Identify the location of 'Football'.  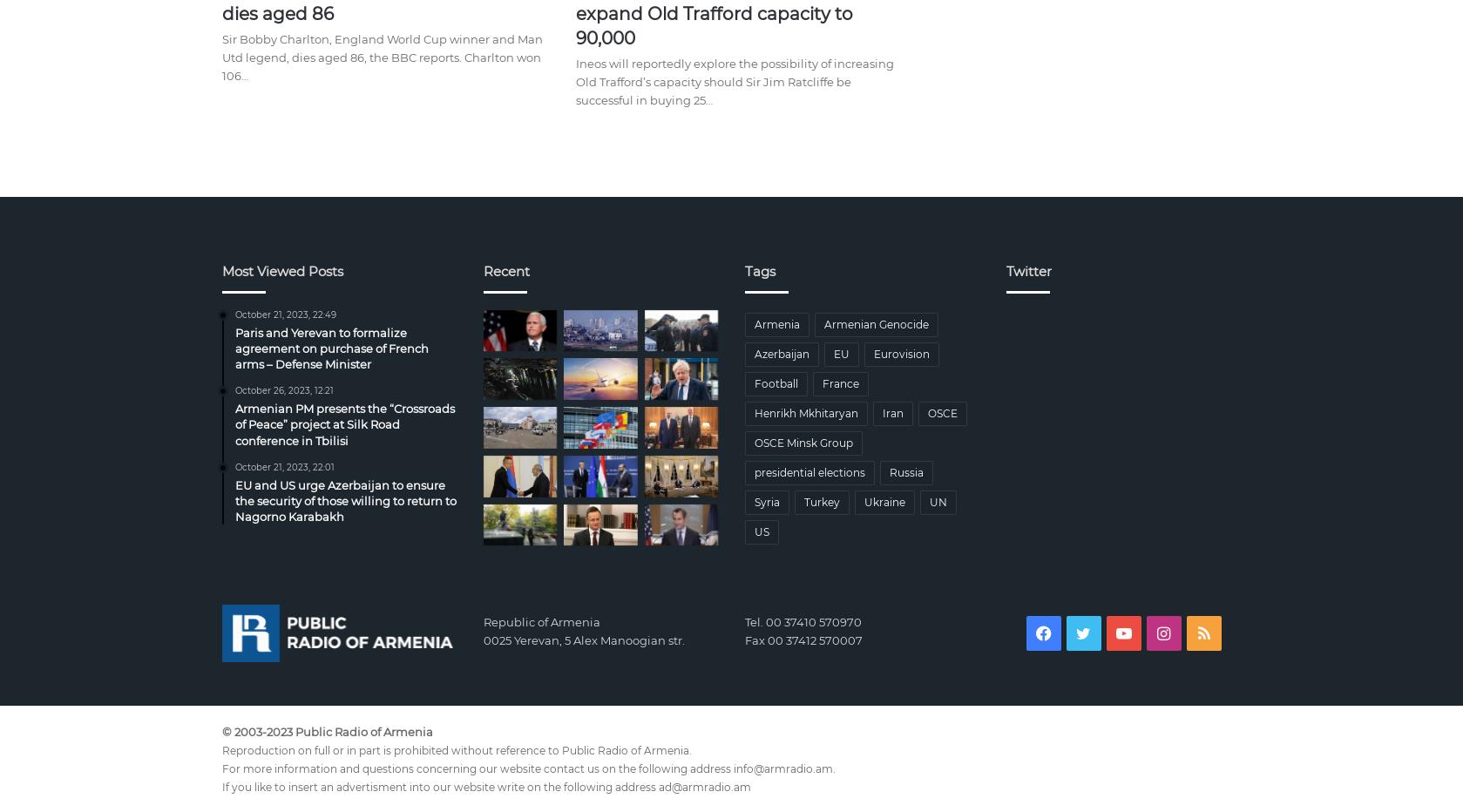
(775, 382).